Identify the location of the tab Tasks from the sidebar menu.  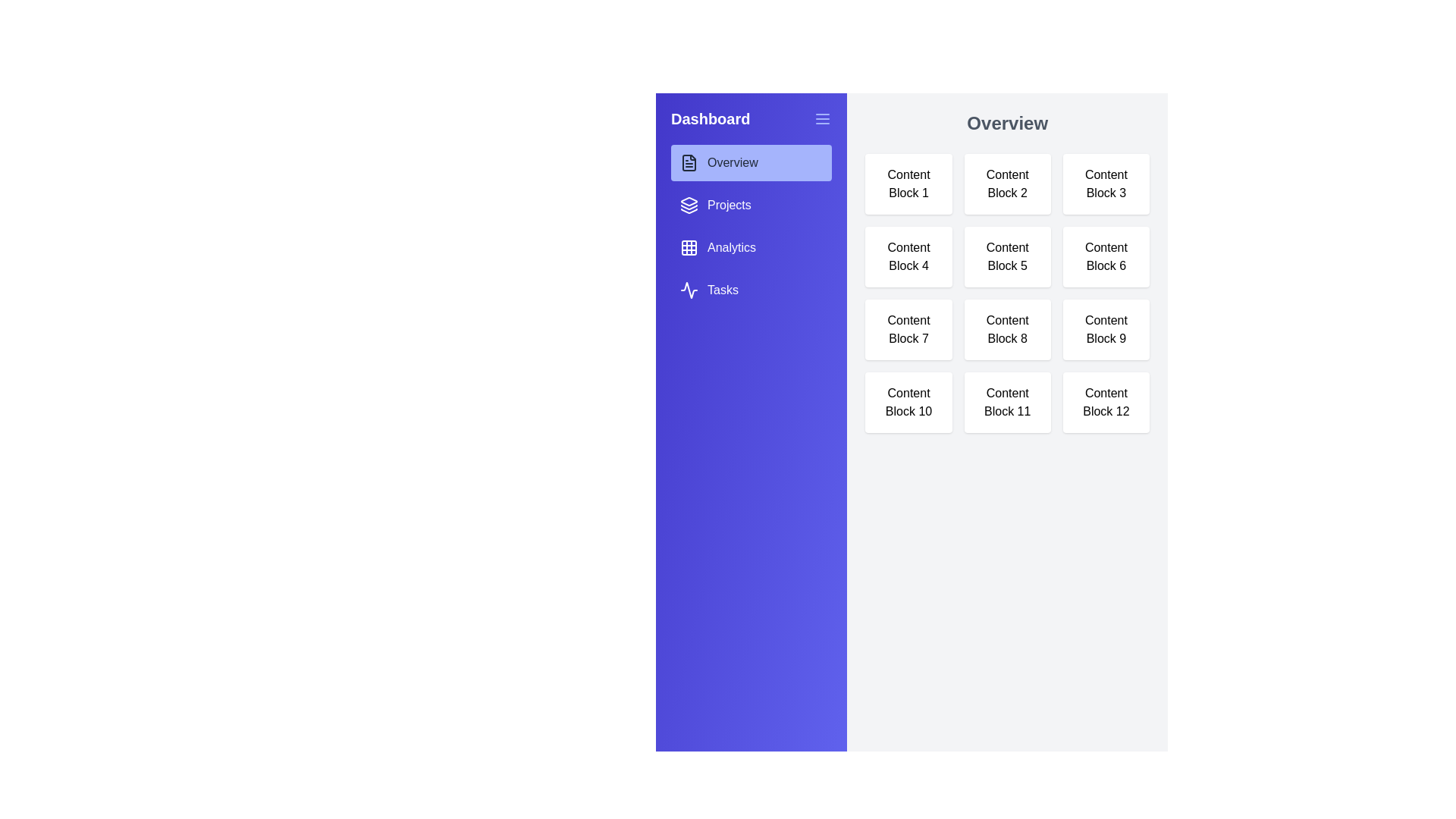
(751, 290).